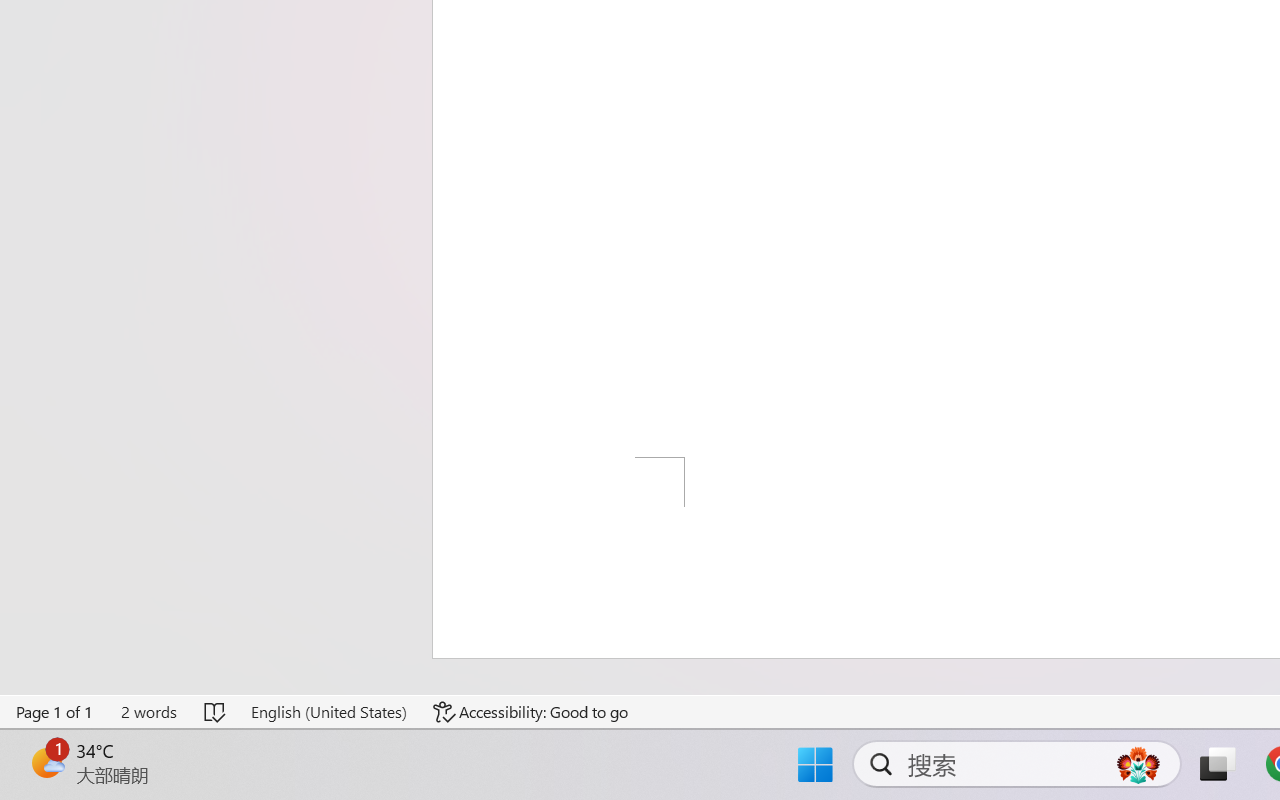  Describe the element at coordinates (328, 711) in the screenshot. I see `'Language English (United States)'` at that location.